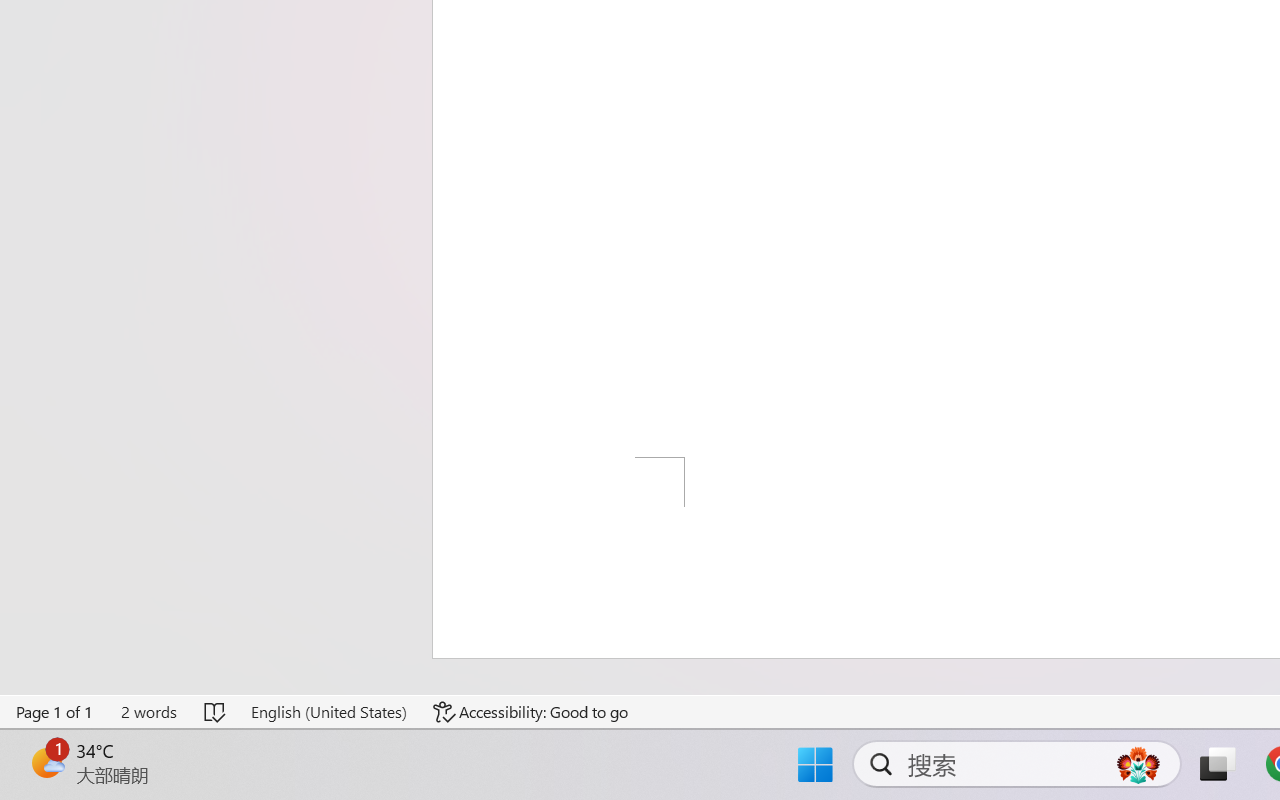  Describe the element at coordinates (328, 711) in the screenshot. I see `'Language English (United States)'` at that location.